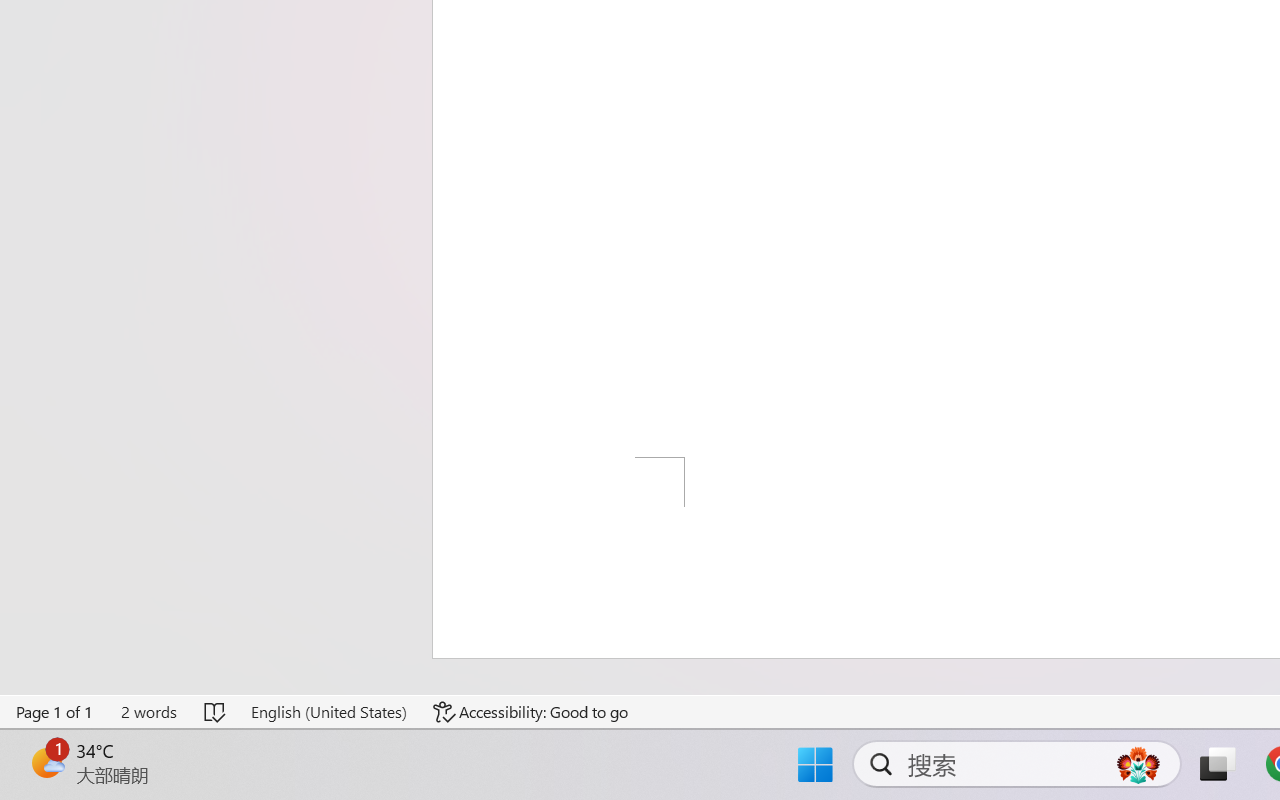  Describe the element at coordinates (328, 711) in the screenshot. I see `'Language English (United States)'` at that location.